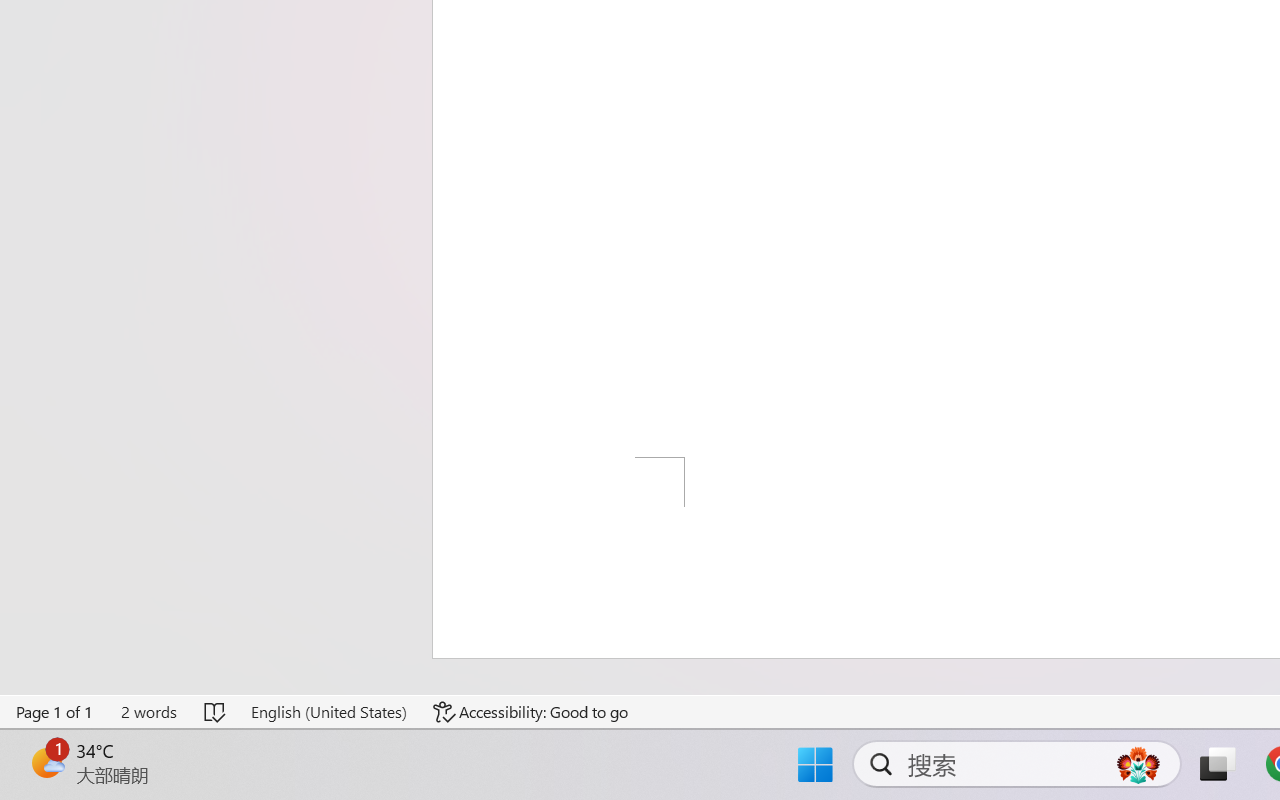  Describe the element at coordinates (328, 711) in the screenshot. I see `'Language English (United States)'` at that location.